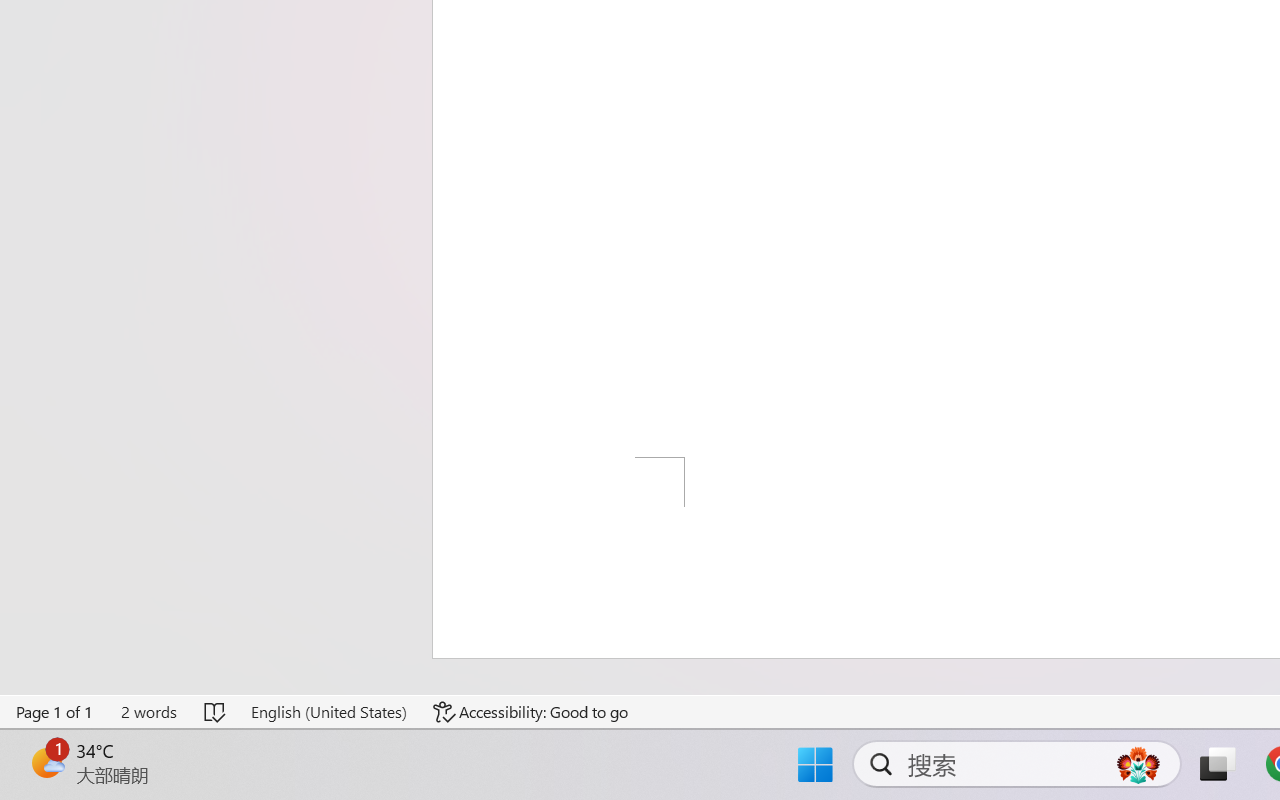  Describe the element at coordinates (328, 711) in the screenshot. I see `'Language English (United States)'` at that location.